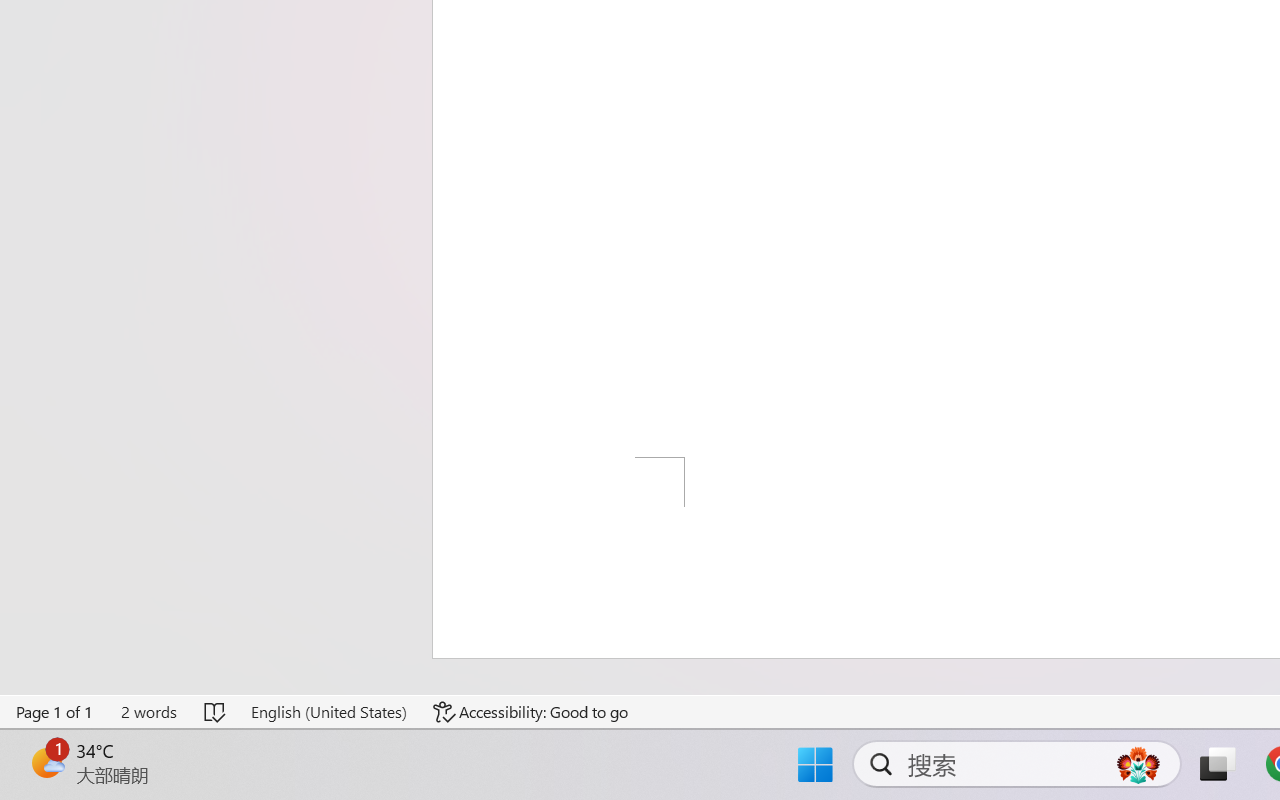  Describe the element at coordinates (328, 711) in the screenshot. I see `'Language English (United States)'` at that location.